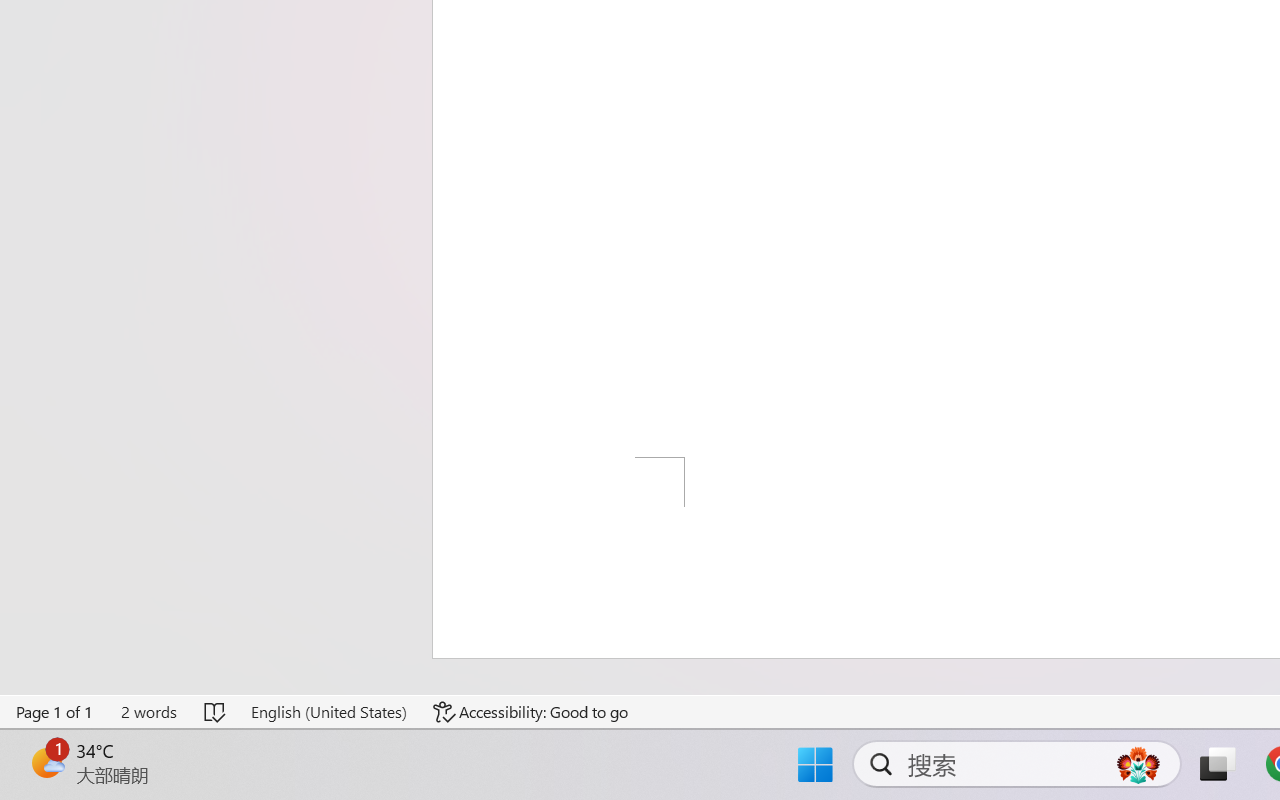  Describe the element at coordinates (328, 711) in the screenshot. I see `'Language English (United States)'` at that location.